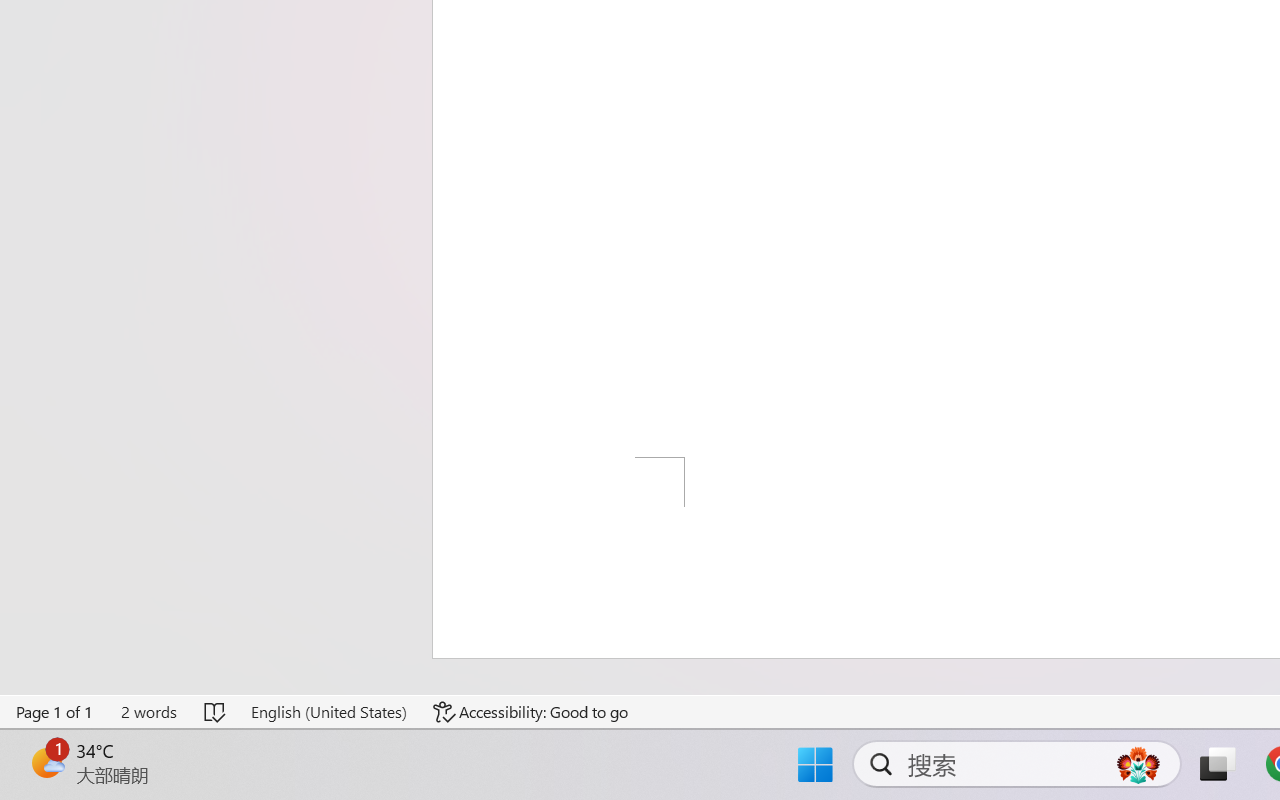  Describe the element at coordinates (328, 711) in the screenshot. I see `'Language English (United States)'` at that location.